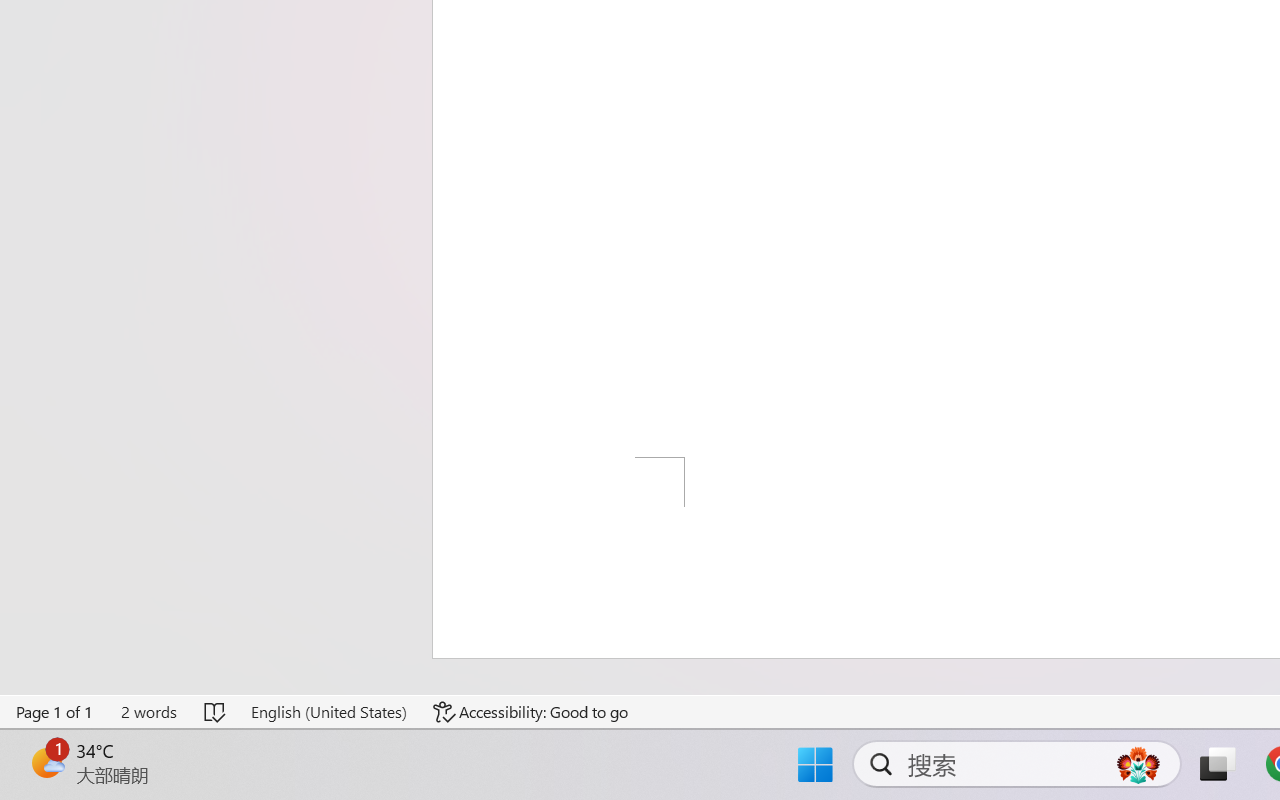  Describe the element at coordinates (328, 711) in the screenshot. I see `'Language English (United States)'` at that location.